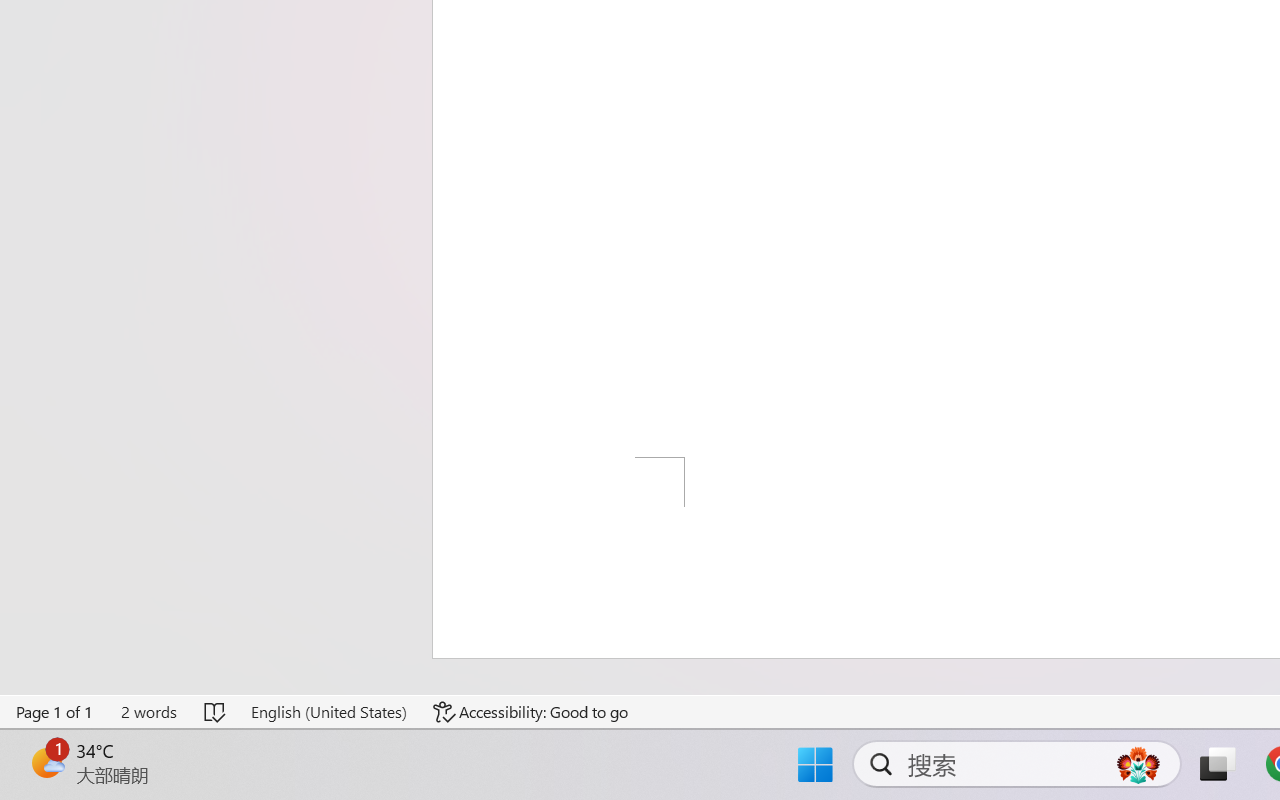  Describe the element at coordinates (328, 711) in the screenshot. I see `'Language English (United States)'` at that location.